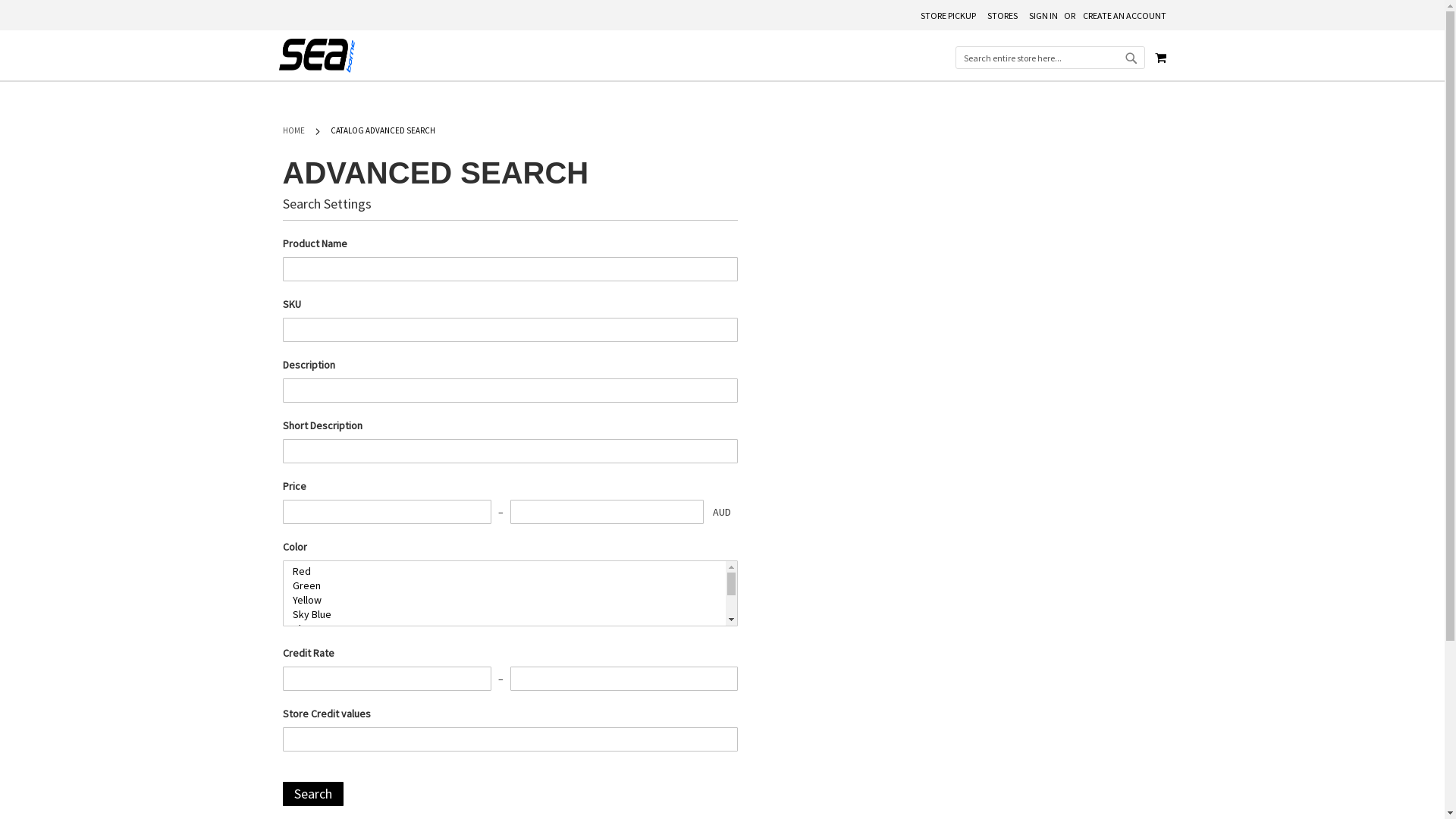 This screenshot has width=1456, height=819. Describe the element at coordinates (510, 268) in the screenshot. I see `'Product Name'` at that location.